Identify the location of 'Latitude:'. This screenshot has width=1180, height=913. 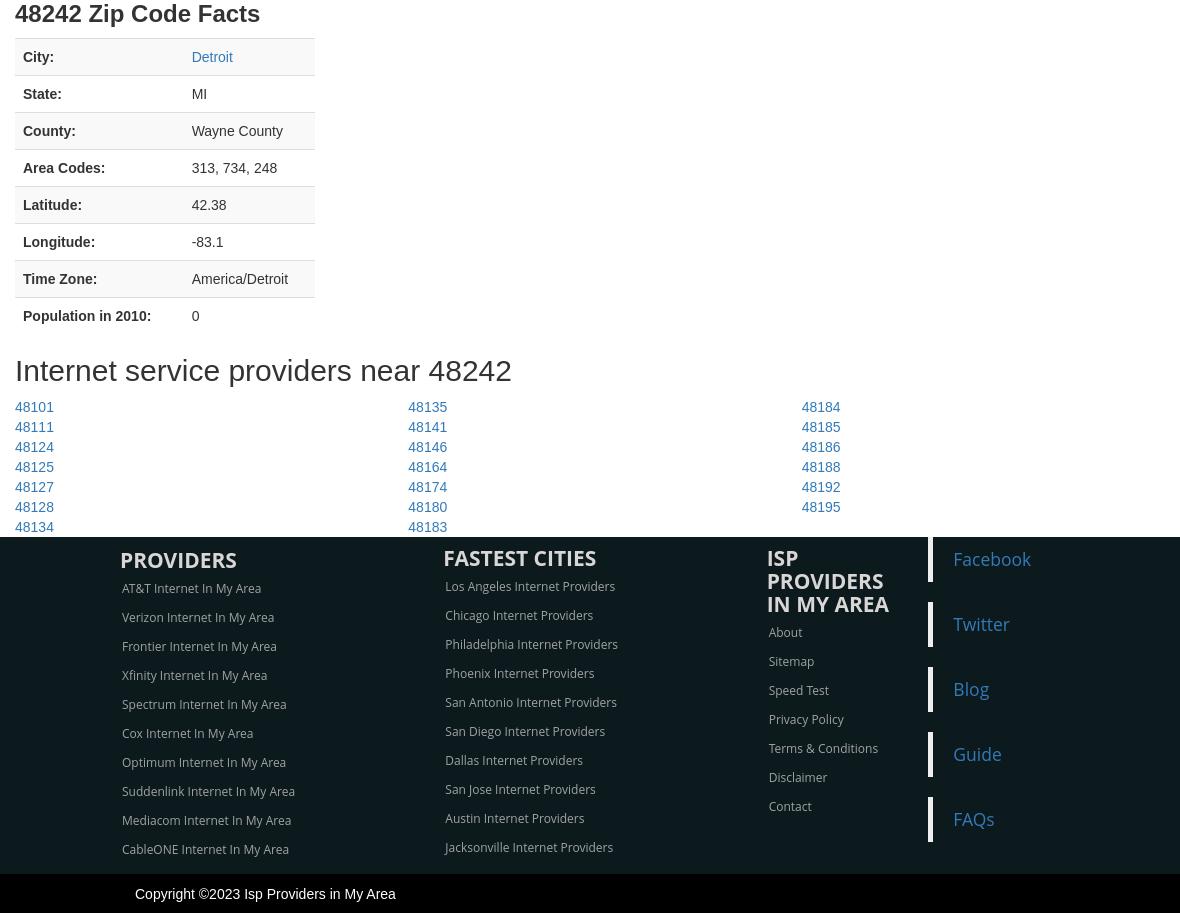
(51, 203).